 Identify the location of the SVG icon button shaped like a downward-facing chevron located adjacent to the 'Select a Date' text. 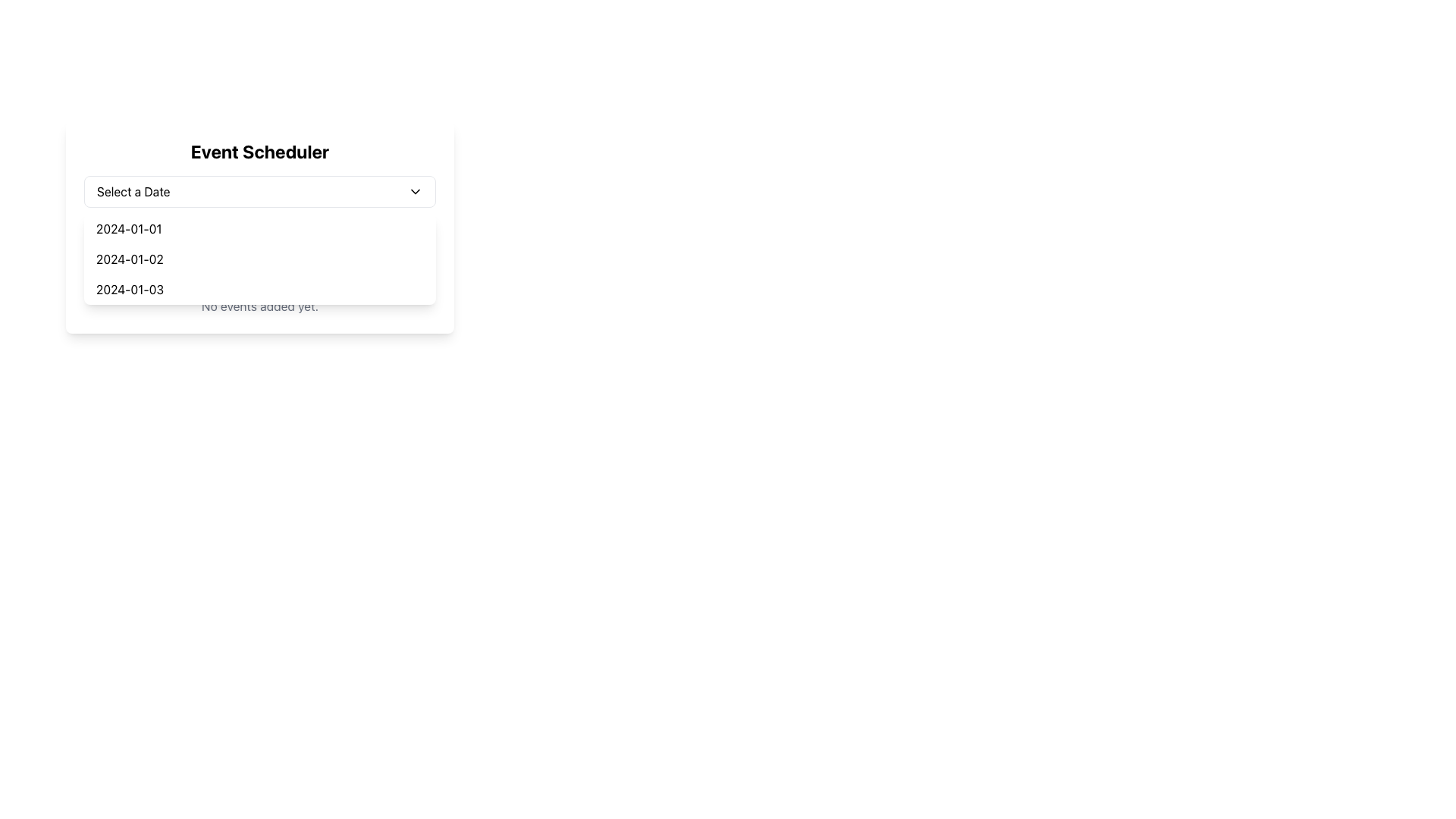
(415, 191).